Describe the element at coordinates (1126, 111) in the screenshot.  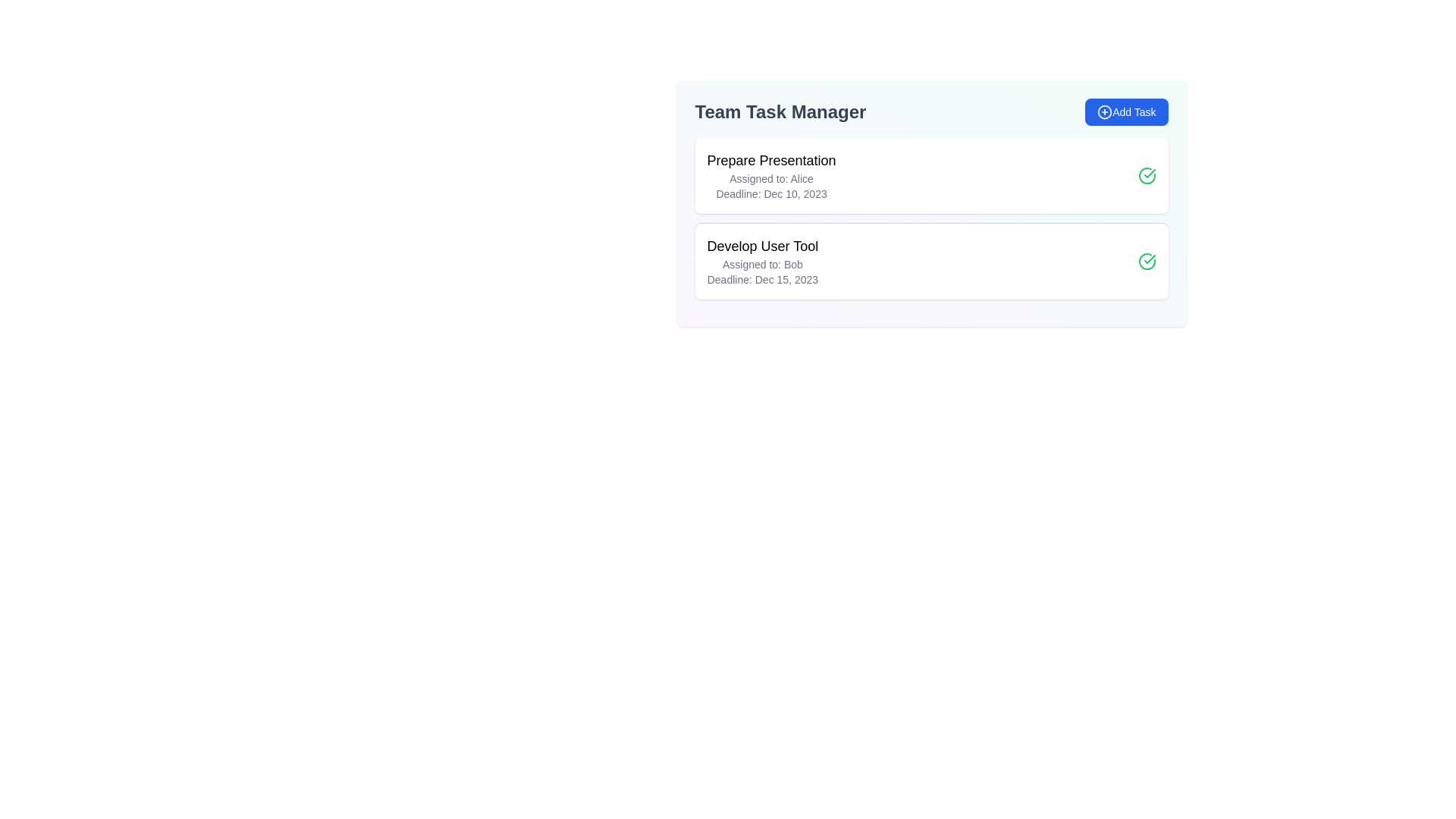
I see `the 'Add Task' button to add a new task` at that location.